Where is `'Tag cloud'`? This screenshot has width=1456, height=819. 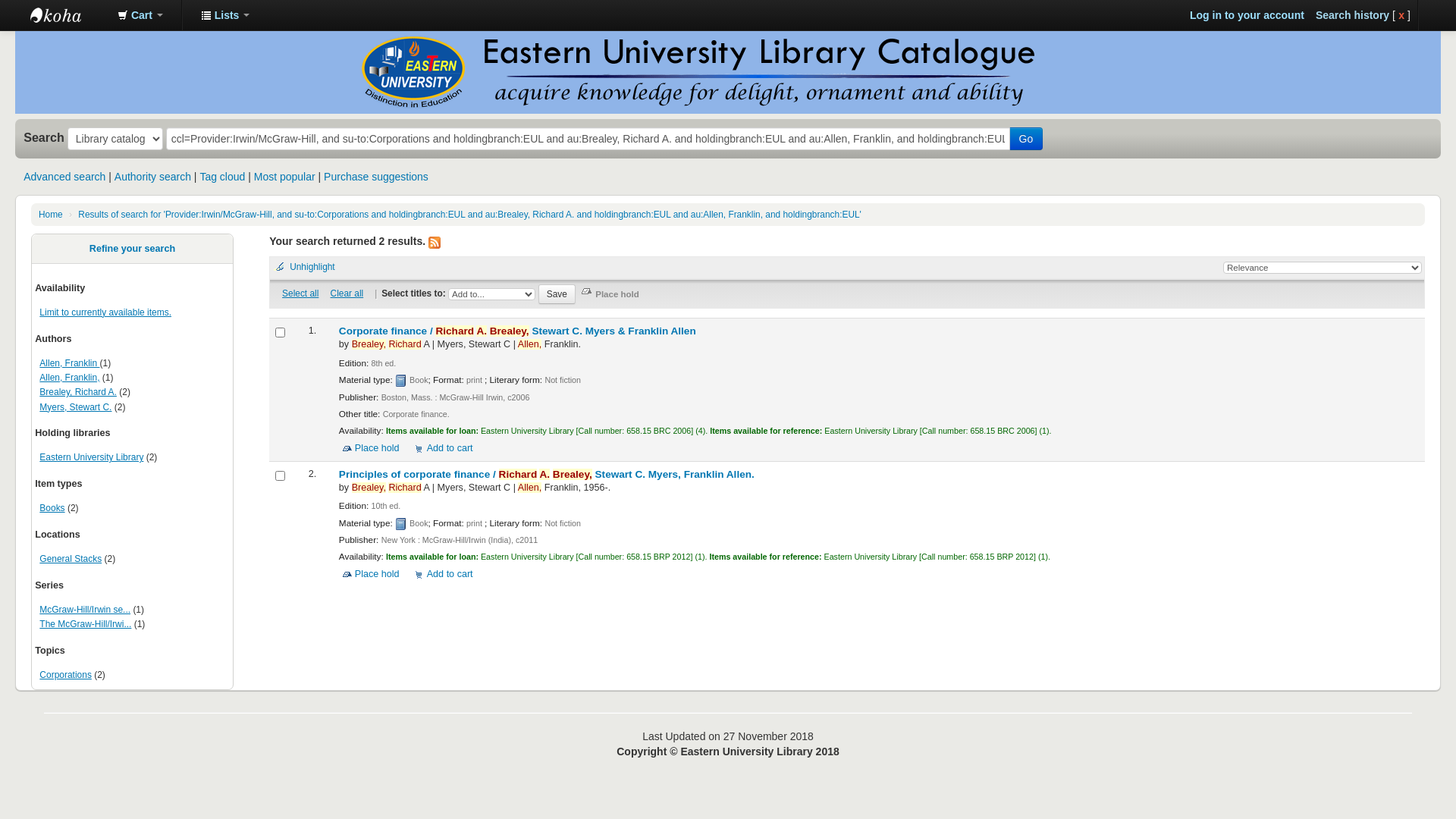
'Tag cloud' is located at coordinates (199, 175).